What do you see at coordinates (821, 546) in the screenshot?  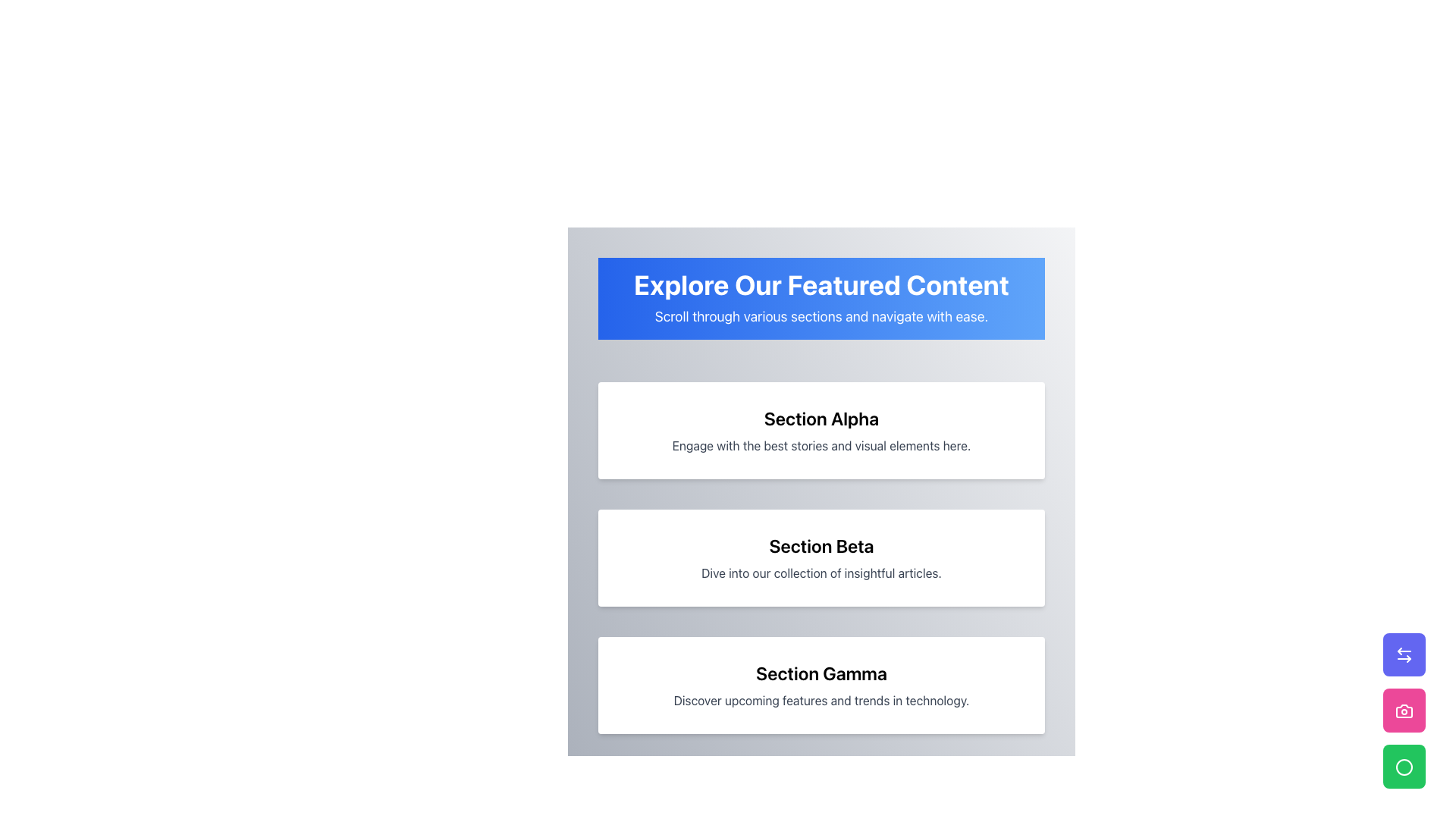 I see `the Text Label that serves as a header for the card, positioned at the top of the second card in the vertical stack` at bounding box center [821, 546].